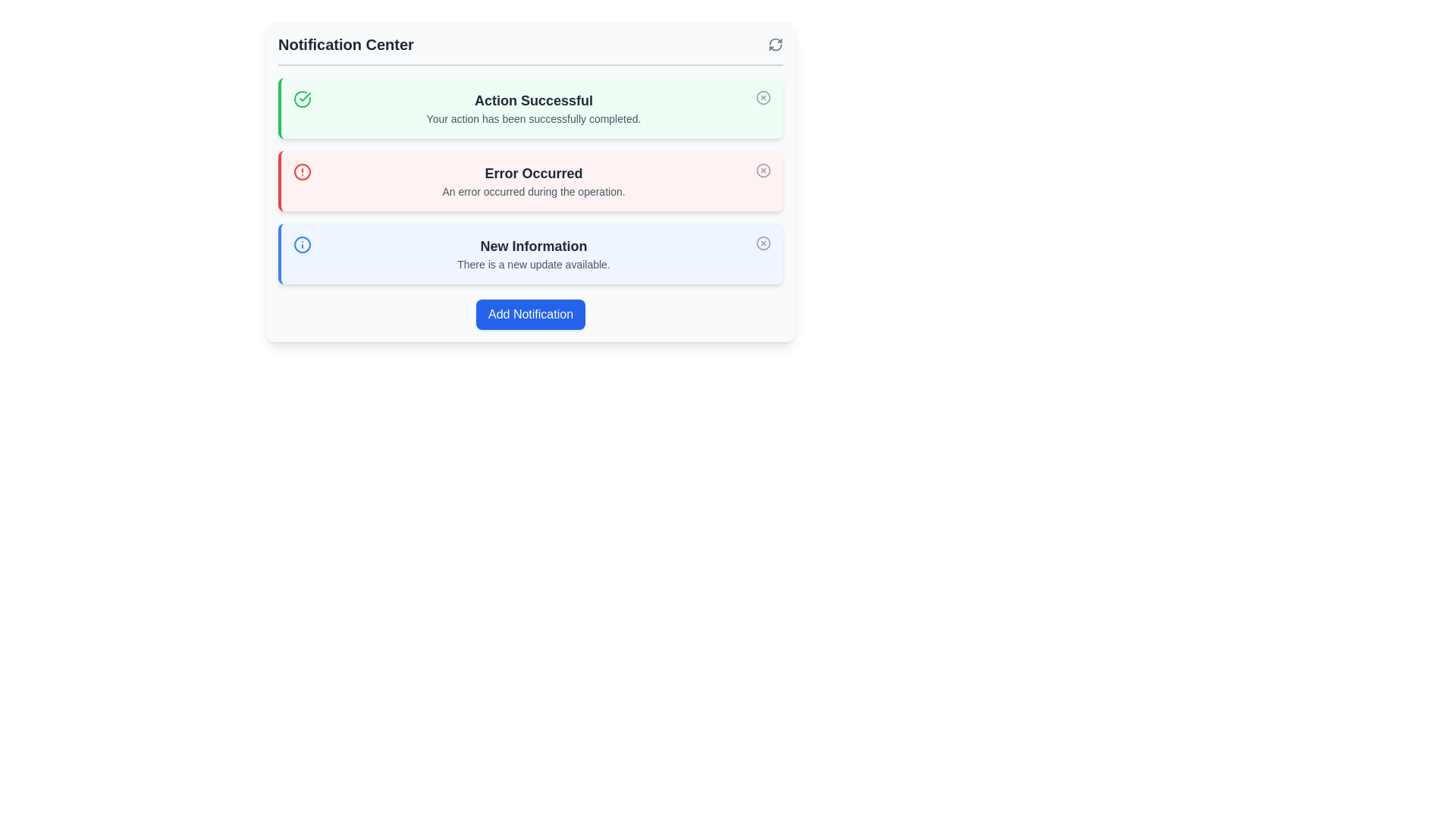 This screenshot has height=819, width=1456. Describe the element at coordinates (534, 107) in the screenshot. I see `the Notification banner located in the 'Notification Center' section, which is the first notification indicating a successful completion of an action` at that location.